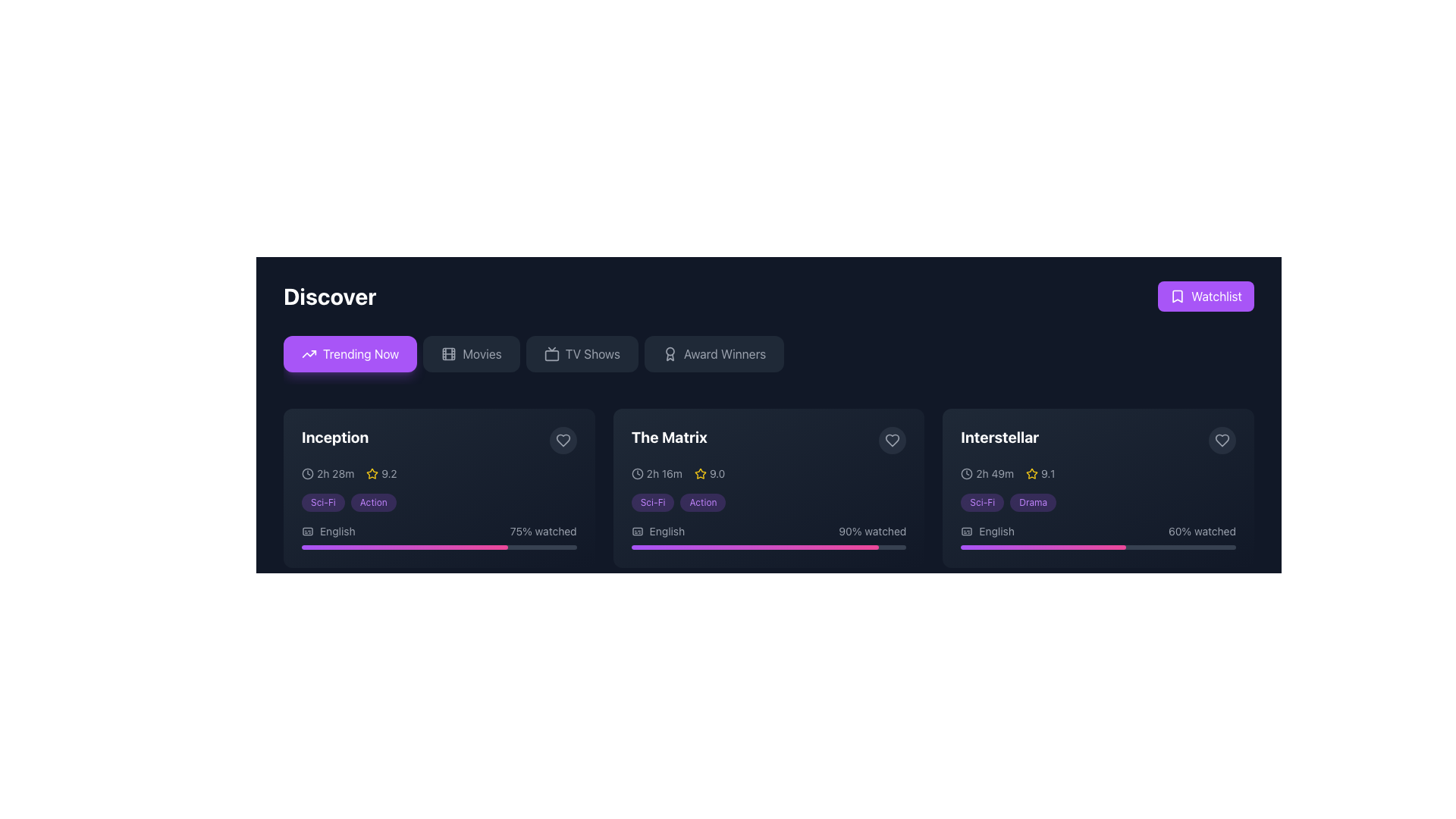 The image size is (1456, 819). What do you see at coordinates (995, 472) in the screenshot?
I see `the text indicating the duration of the movie 'Interstellar', which is located to the left of the rating value and star icon` at bounding box center [995, 472].